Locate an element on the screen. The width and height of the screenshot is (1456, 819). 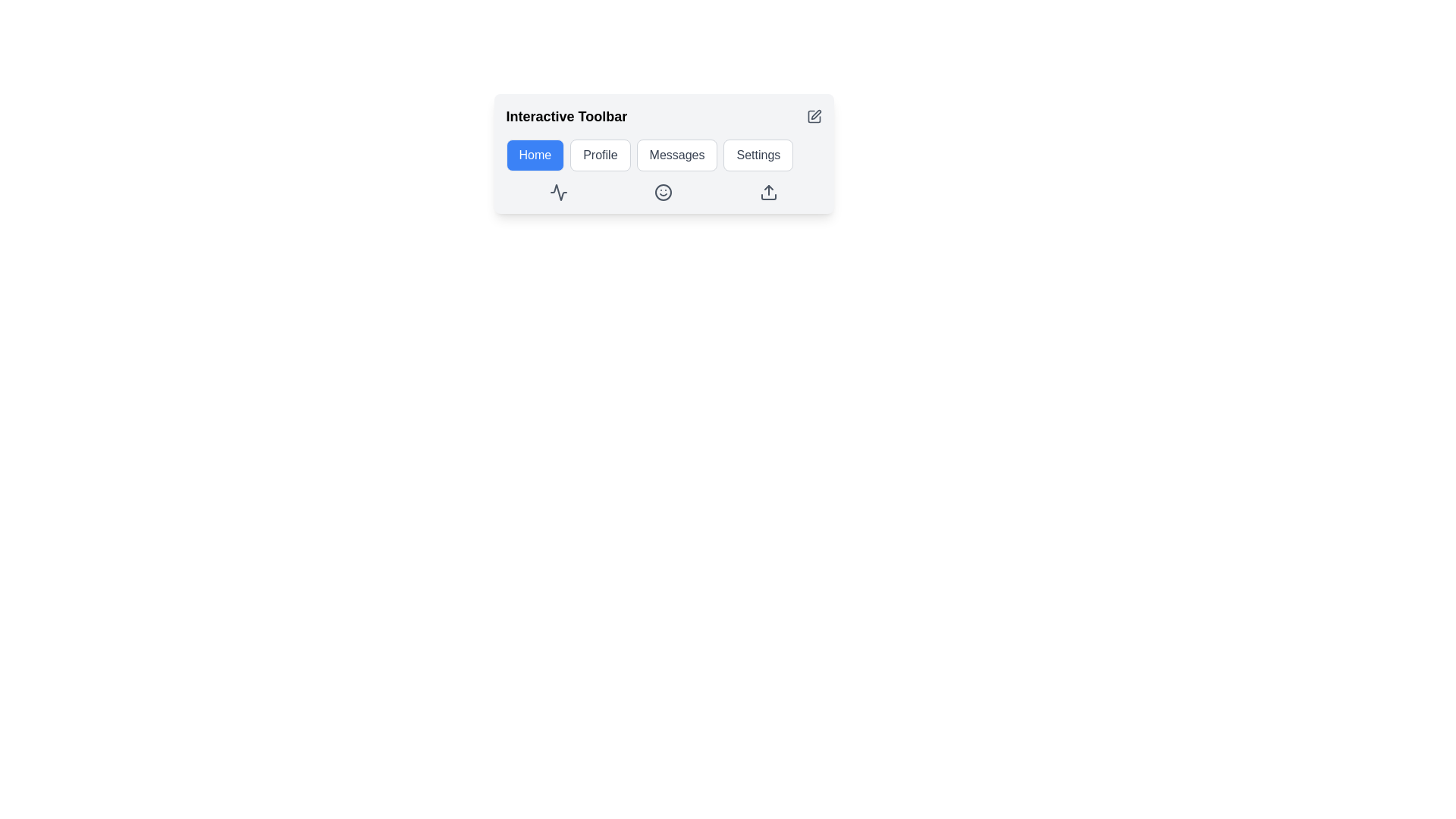
the upload icon with an upward-pointing arrow located in the bottom-right toolbar is located at coordinates (769, 192).